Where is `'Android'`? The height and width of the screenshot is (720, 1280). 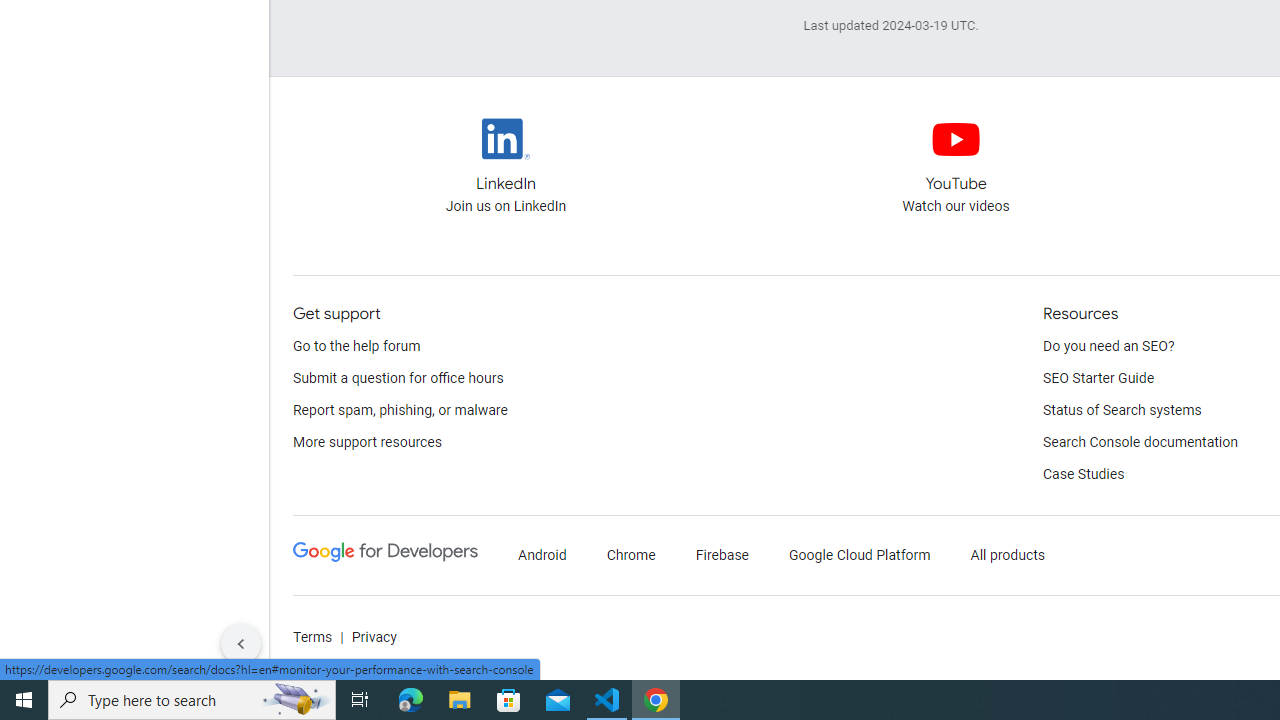 'Android' is located at coordinates (542, 555).